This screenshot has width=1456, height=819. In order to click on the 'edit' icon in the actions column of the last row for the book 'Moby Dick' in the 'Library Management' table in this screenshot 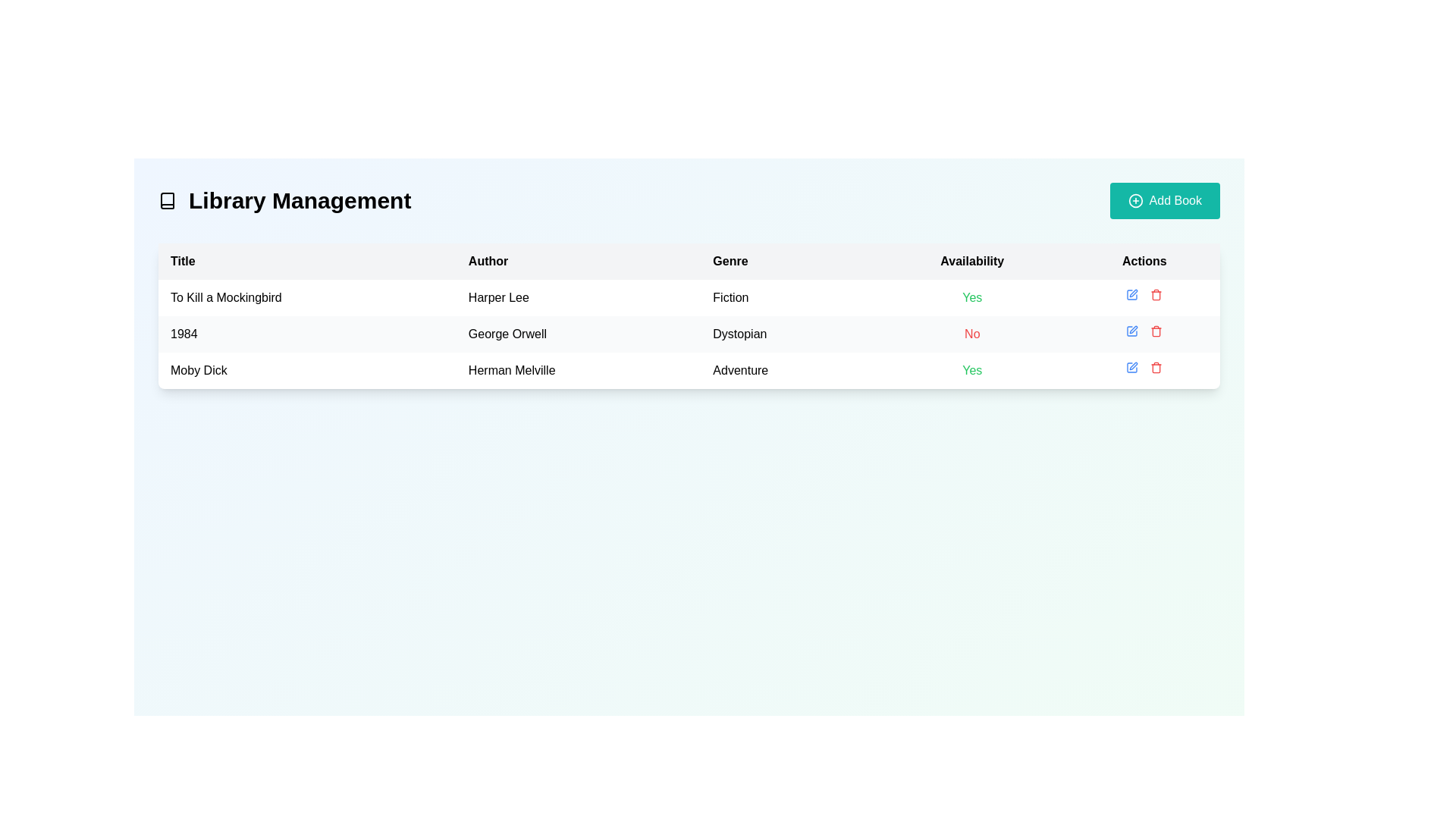, I will do `click(1132, 368)`.